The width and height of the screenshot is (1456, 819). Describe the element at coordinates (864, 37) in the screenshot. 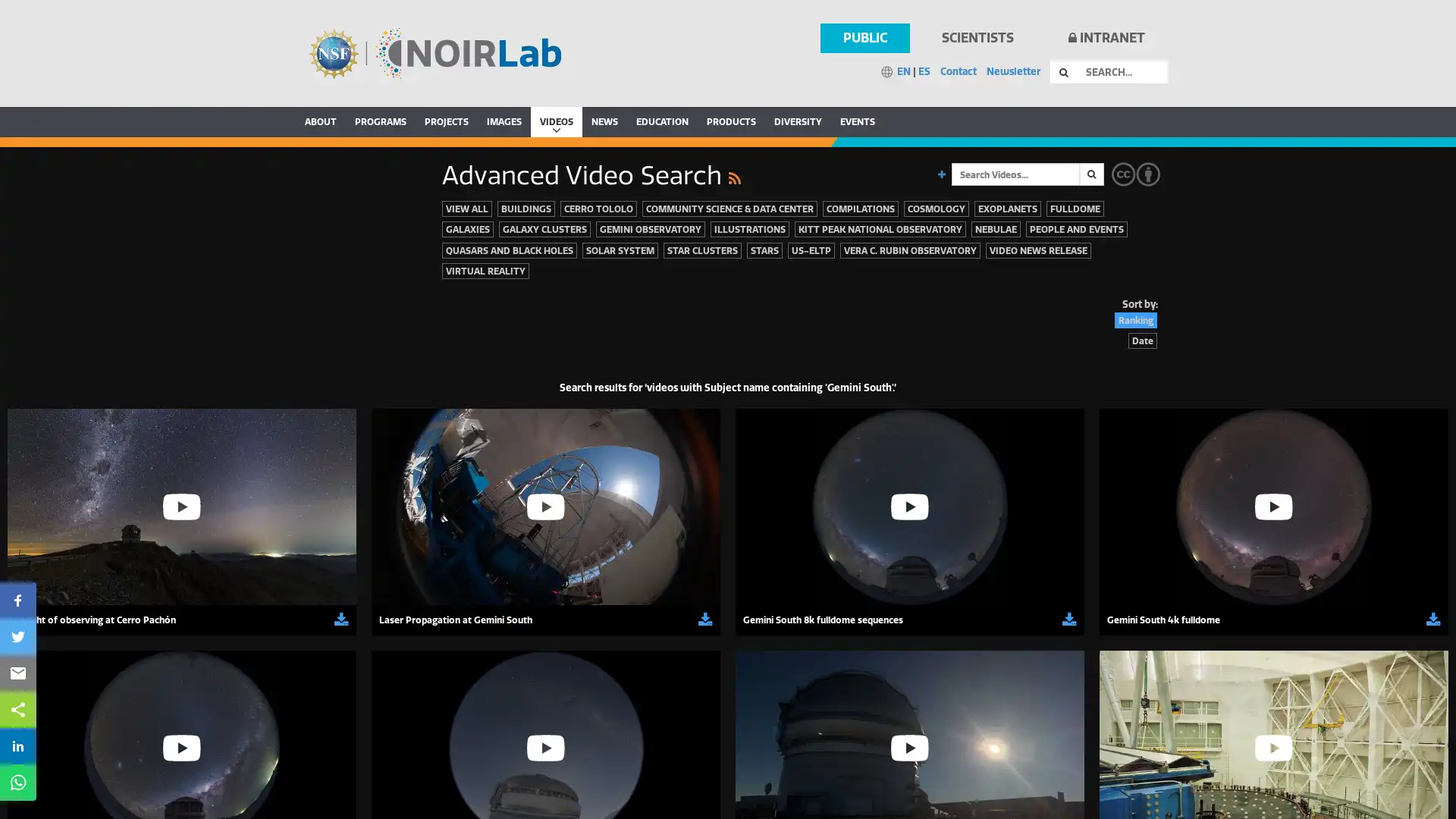

I see `PUBLIC` at that location.